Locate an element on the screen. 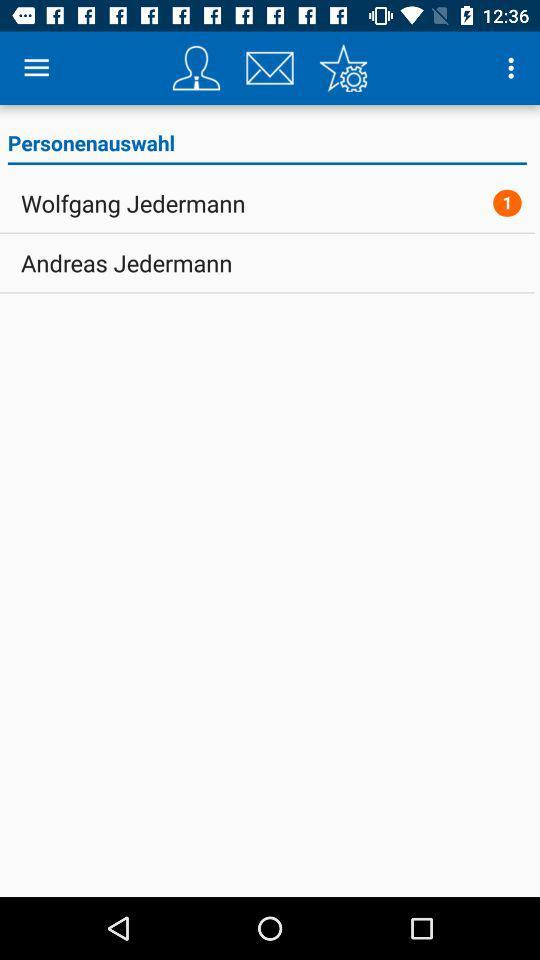 The width and height of the screenshot is (540, 960). item above the personenauswahl item is located at coordinates (196, 68).